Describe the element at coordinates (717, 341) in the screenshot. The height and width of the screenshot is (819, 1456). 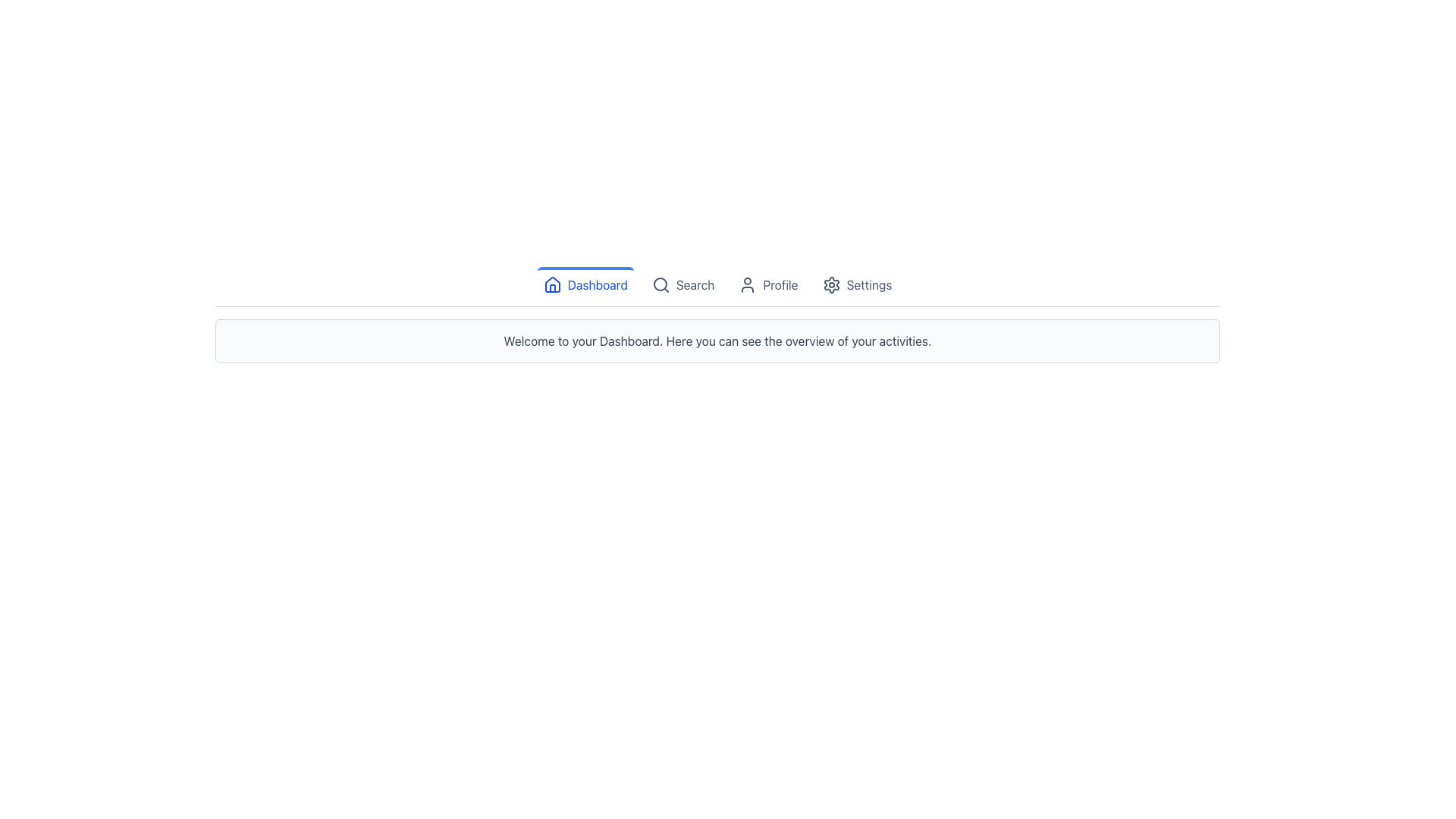
I see `text displayed in the Text Display Box that says 'Welcome to your Dashboard. Here you can see the overview of your activities.'` at that location.